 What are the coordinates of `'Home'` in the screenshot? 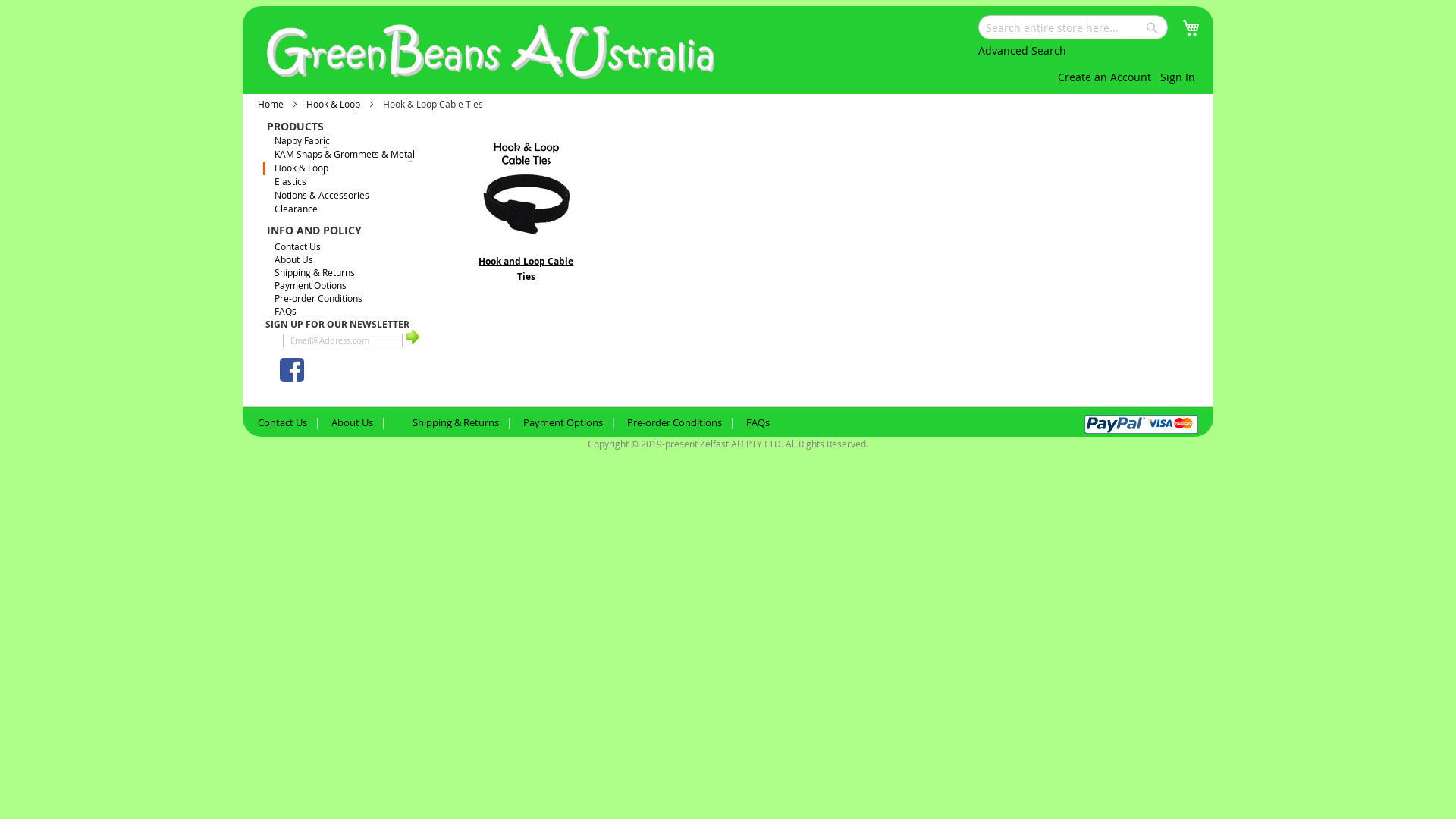 It's located at (271, 103).